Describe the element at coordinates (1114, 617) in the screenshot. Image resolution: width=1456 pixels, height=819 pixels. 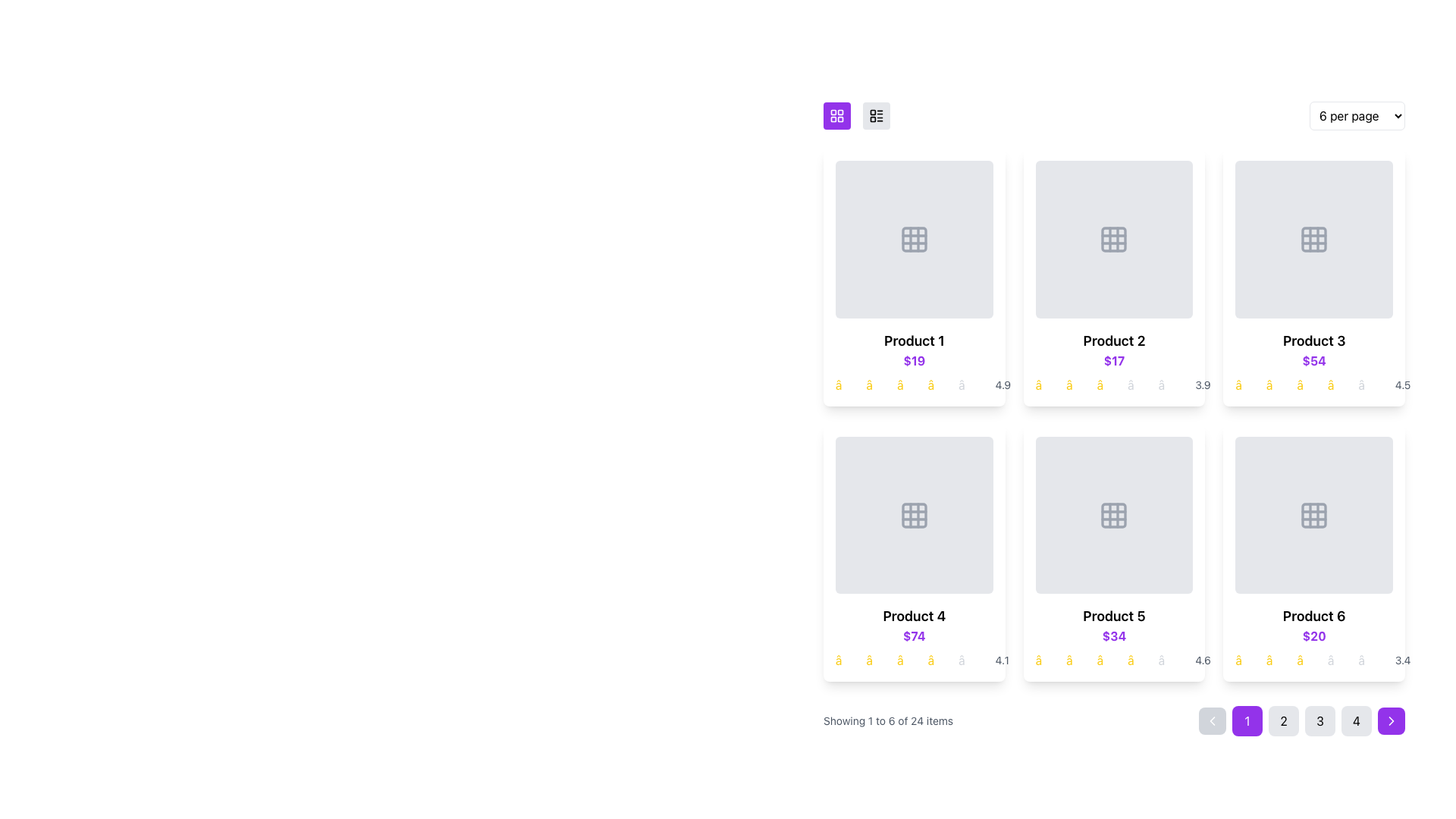
I see `assistive technology` at that location.